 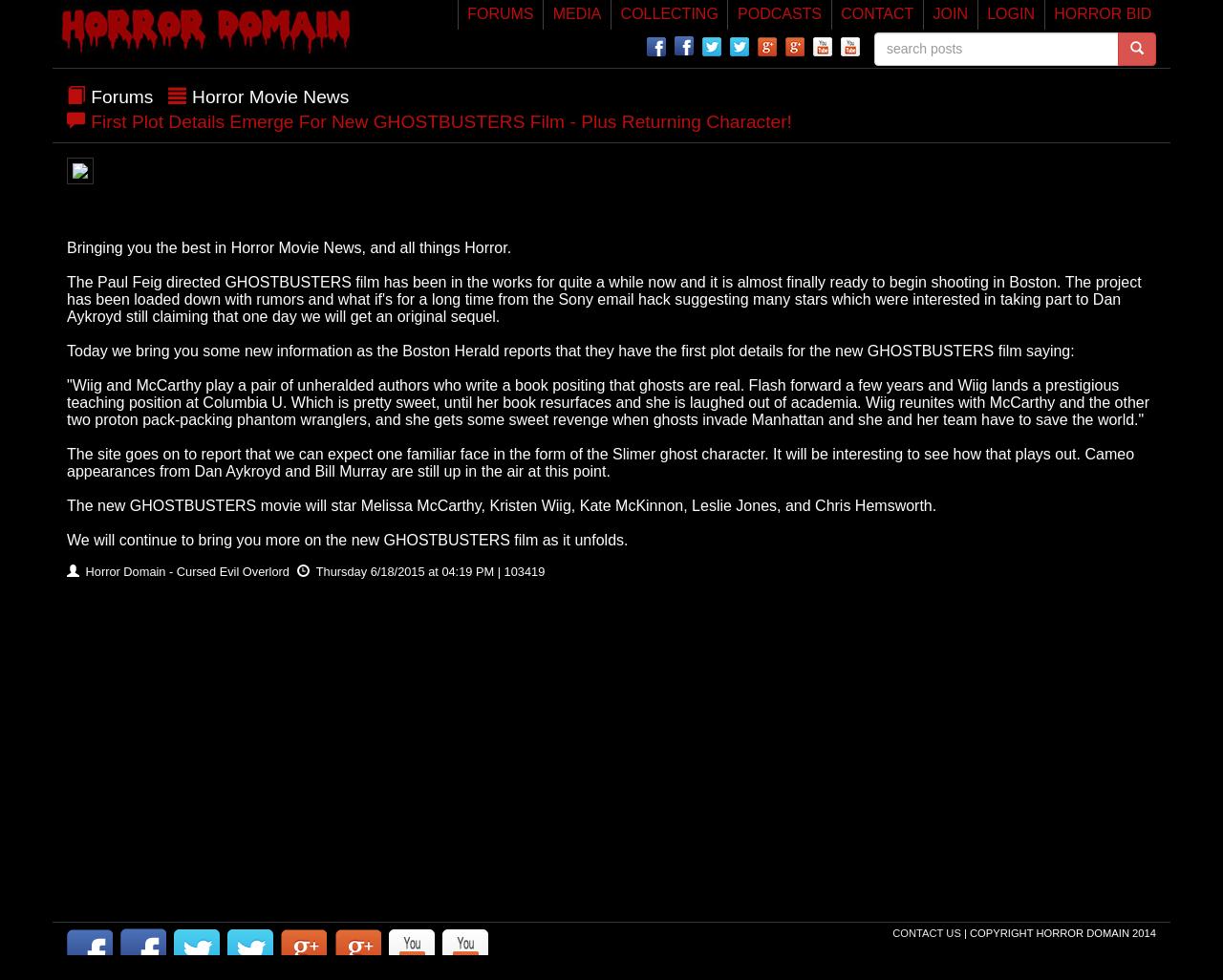 I want to click on 'CONTACT', so click(x=876, y=13).